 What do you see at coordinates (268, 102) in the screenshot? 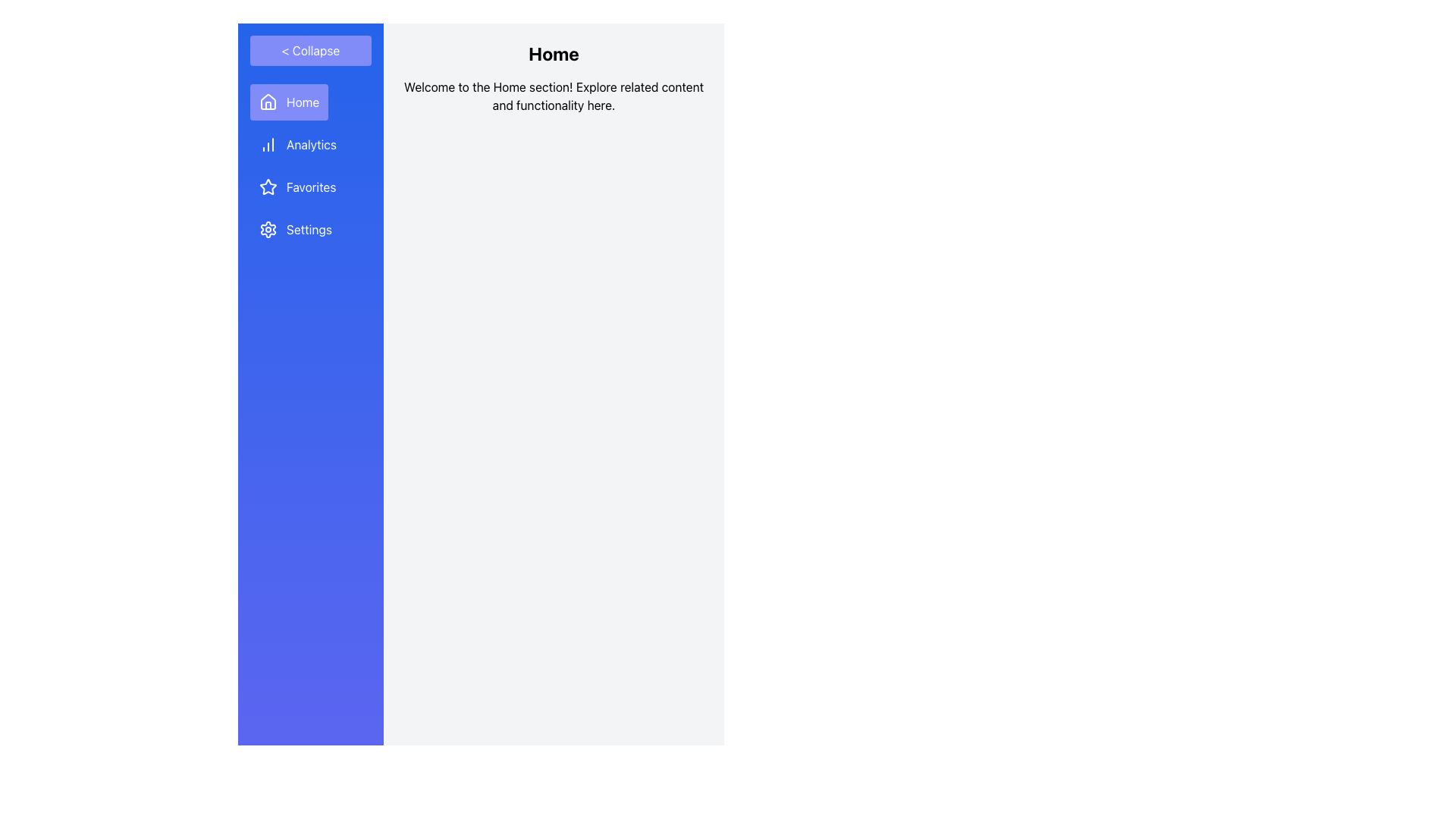
I see `the 'Home' menu icon in the sidebar` at bounding box center [268, 102].